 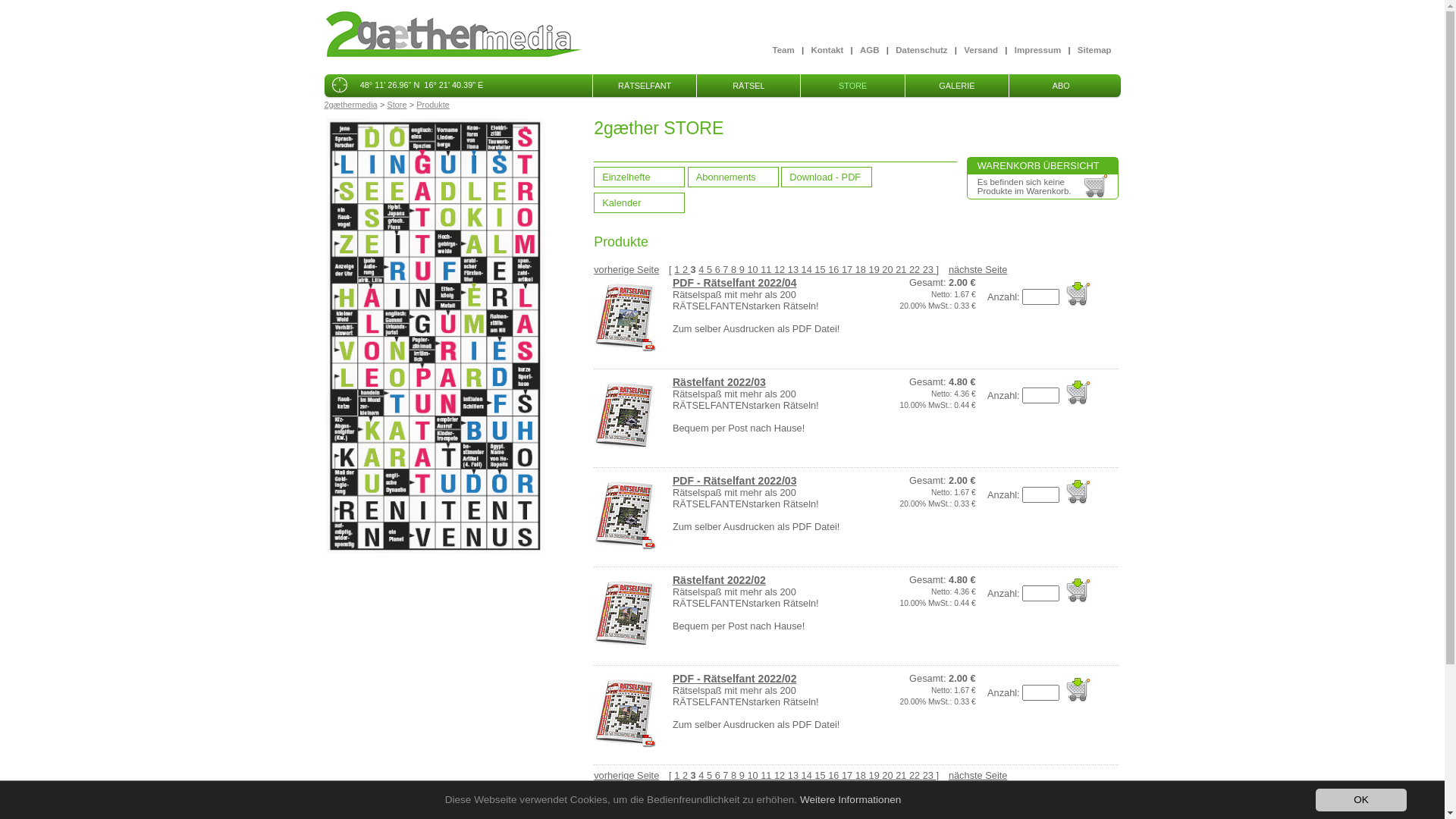 I want to click on '4', so click(x=701, y=268).